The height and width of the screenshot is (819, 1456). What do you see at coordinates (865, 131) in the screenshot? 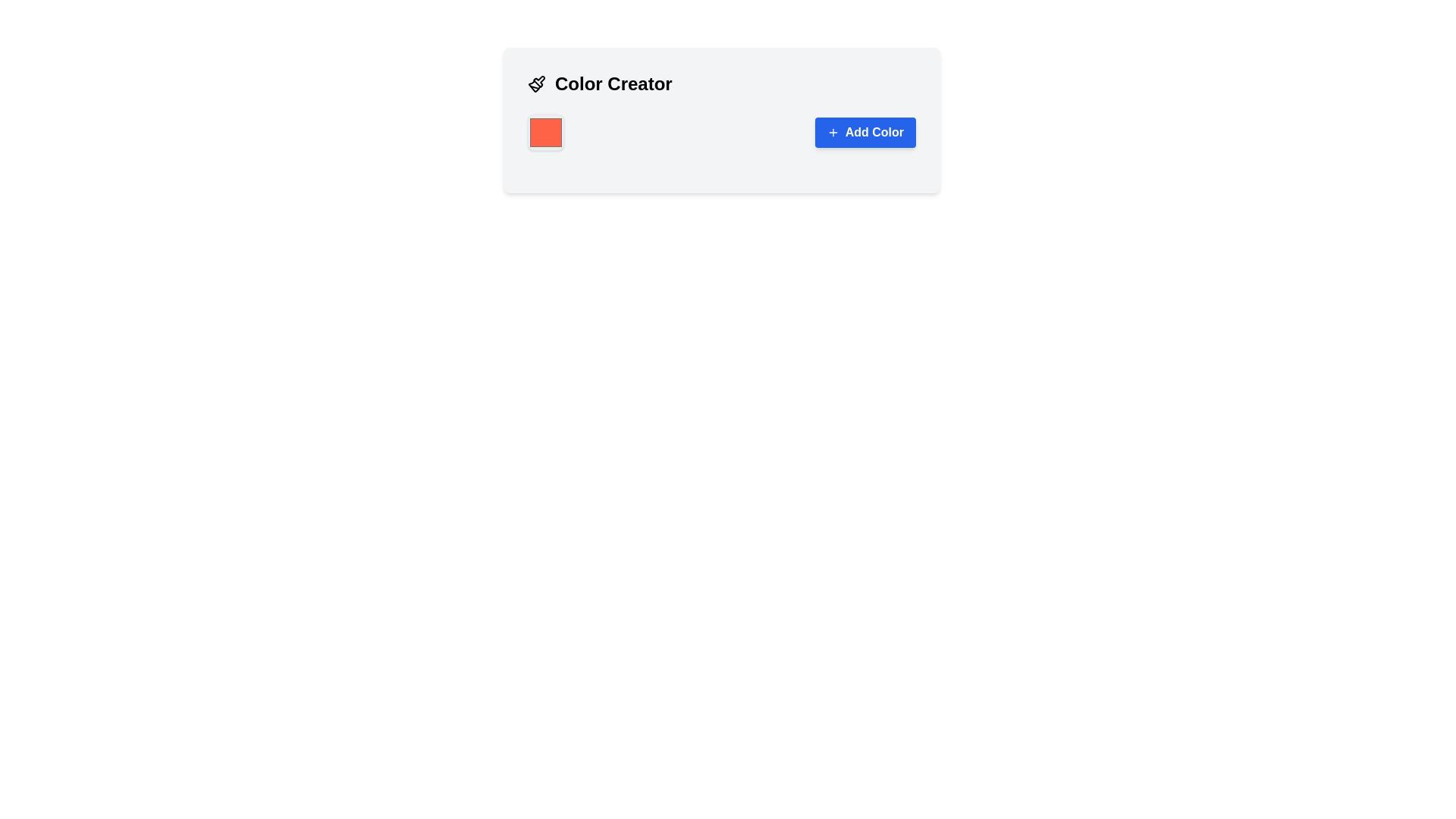
I see `the 'Add Color' button with rounded corners, blue background, and white text` at bounding box center [865, 131].